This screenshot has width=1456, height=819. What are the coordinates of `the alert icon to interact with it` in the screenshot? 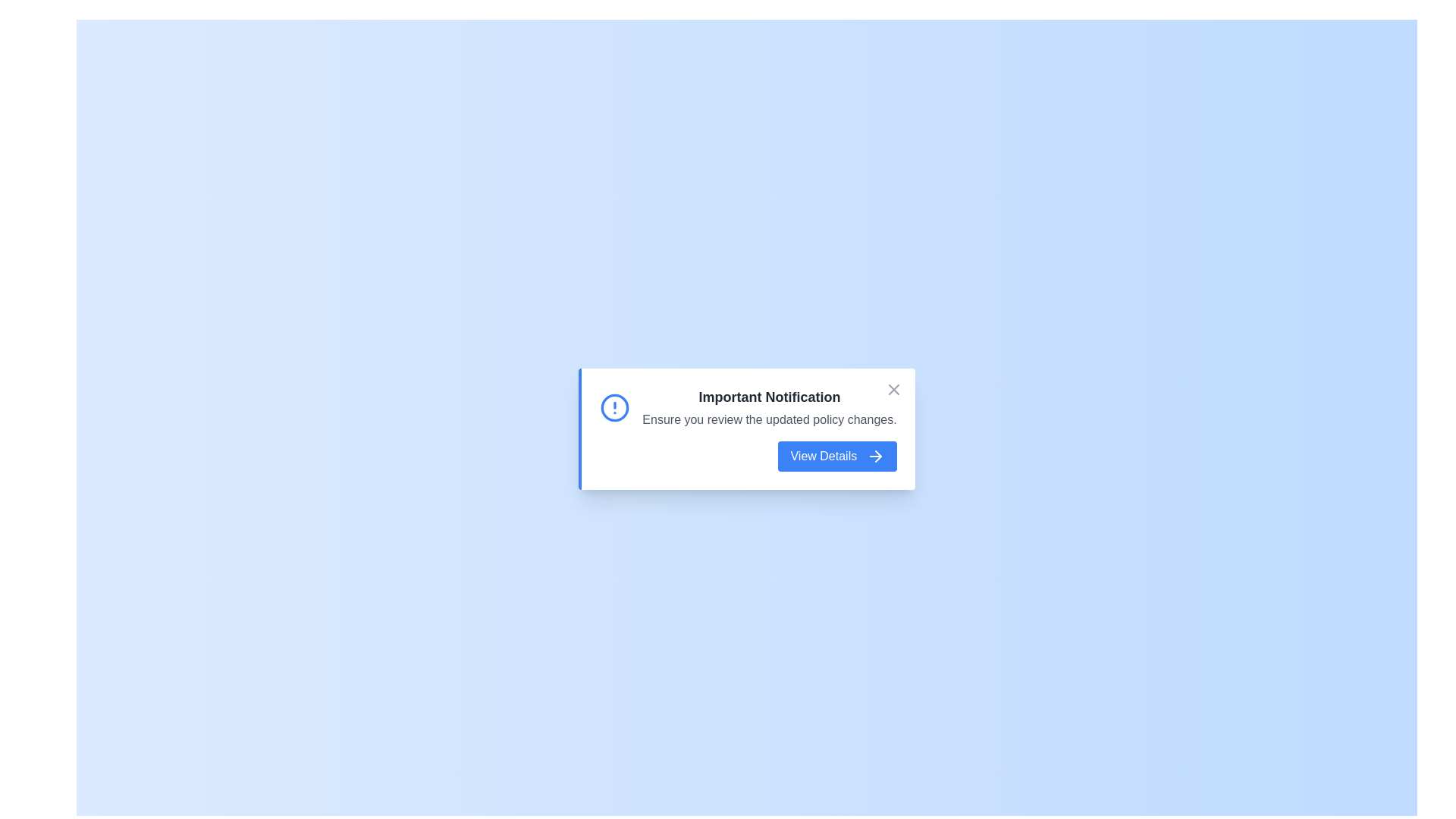 It's located at (615, 406).